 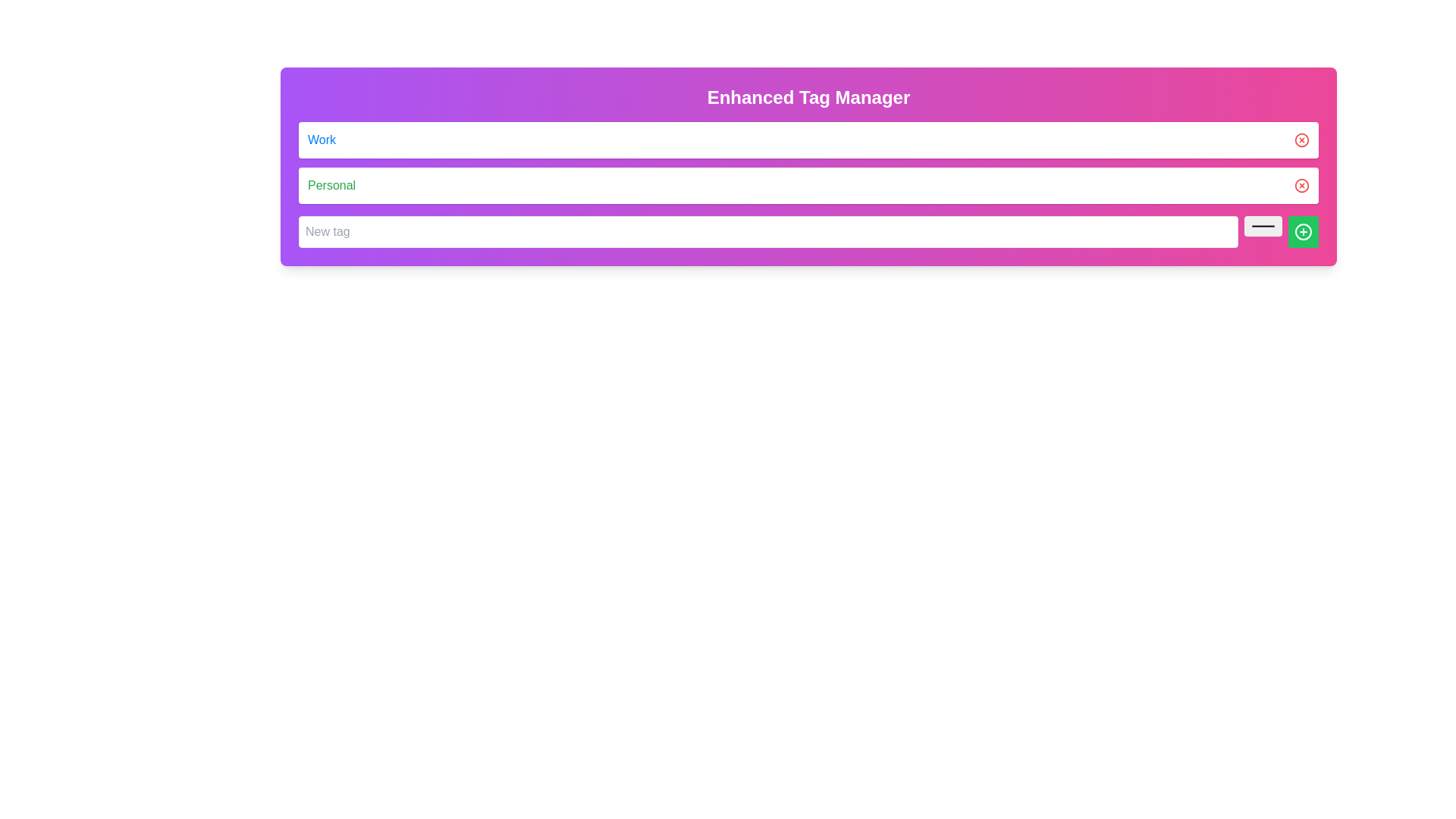 I want to click on the color picker input, which is a small rectangular element with rounded corners positioned between a text input and a green plus button, so click(x=1263, y=225).